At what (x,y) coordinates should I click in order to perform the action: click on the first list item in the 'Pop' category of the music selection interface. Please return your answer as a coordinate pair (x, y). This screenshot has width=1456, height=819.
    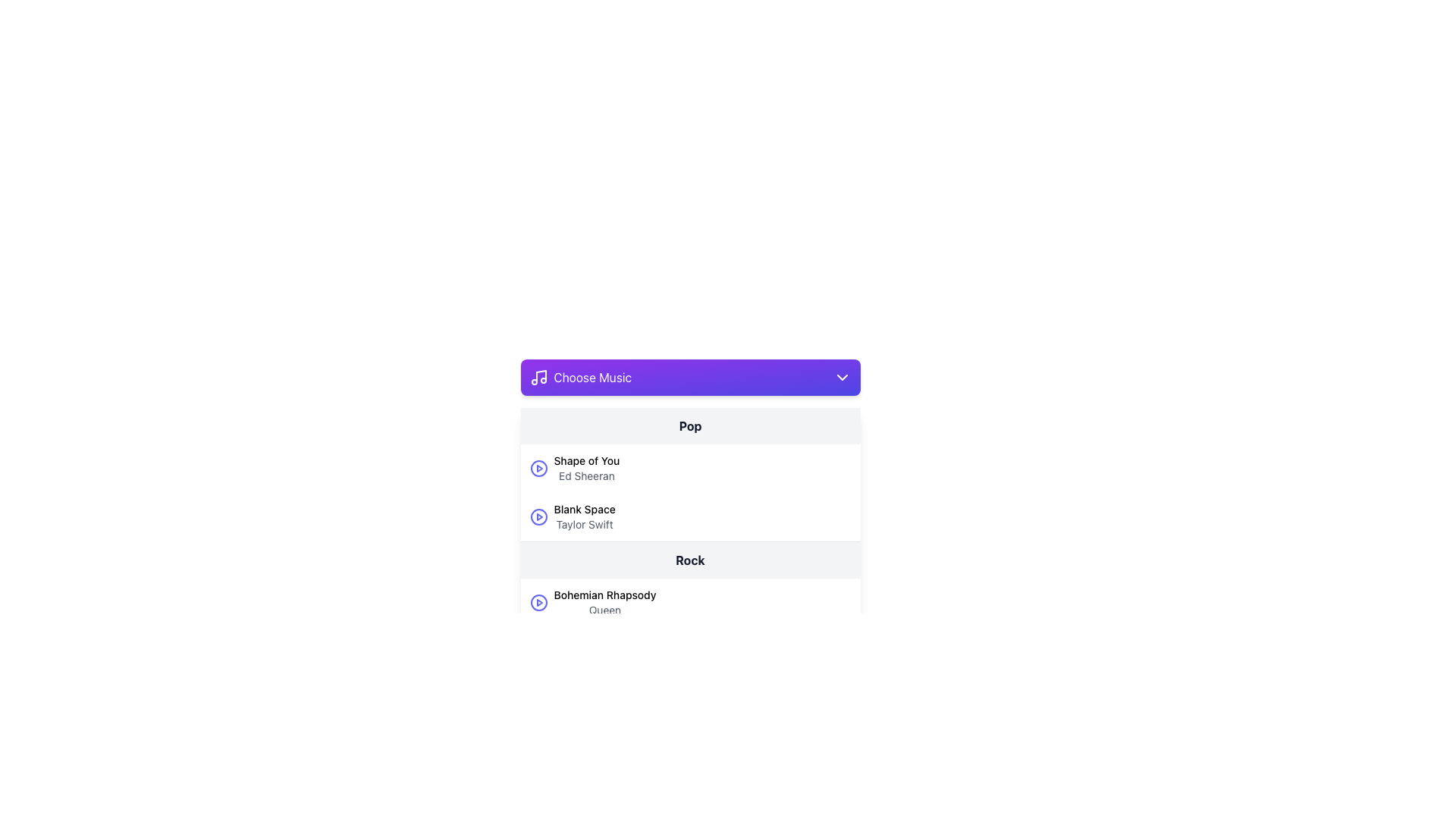
    Looking at the image, I should click on (689, 467).